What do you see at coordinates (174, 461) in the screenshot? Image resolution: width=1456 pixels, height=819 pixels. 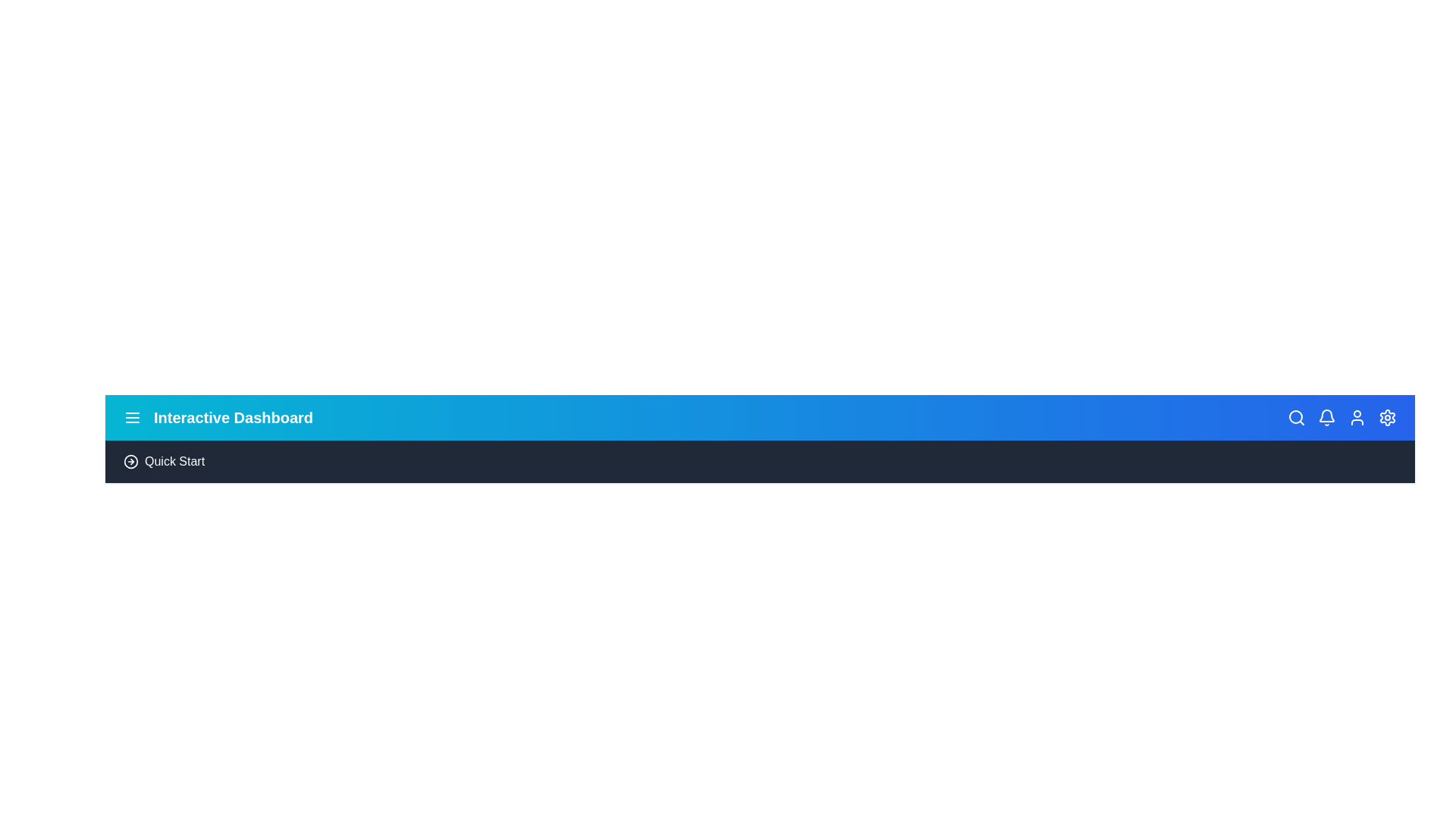 I see `the 'Quick Start' list item` at bounding box center [174, 461].